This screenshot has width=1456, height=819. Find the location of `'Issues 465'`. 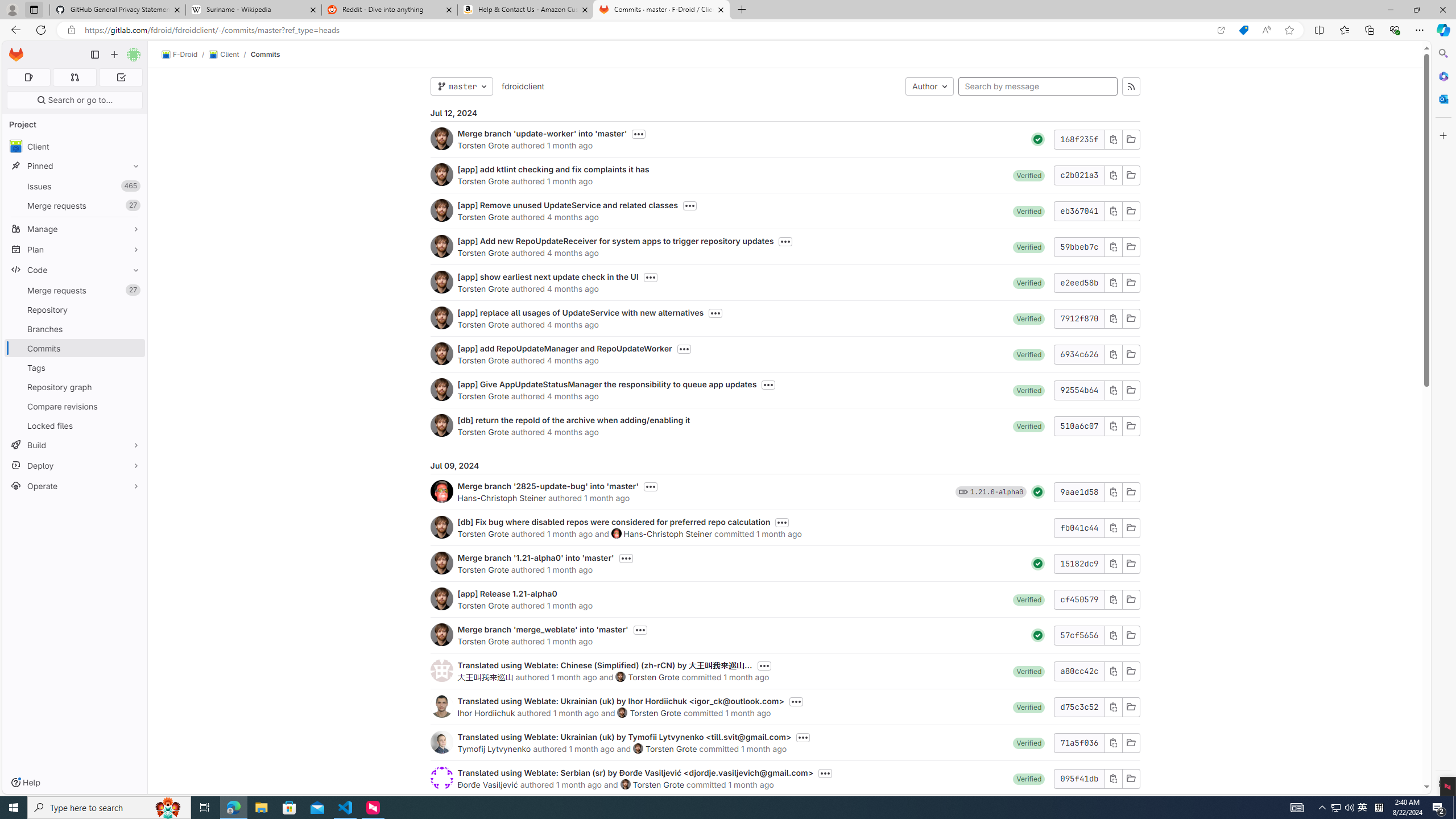

'Issues 465' is located at coordinates (74, 185).